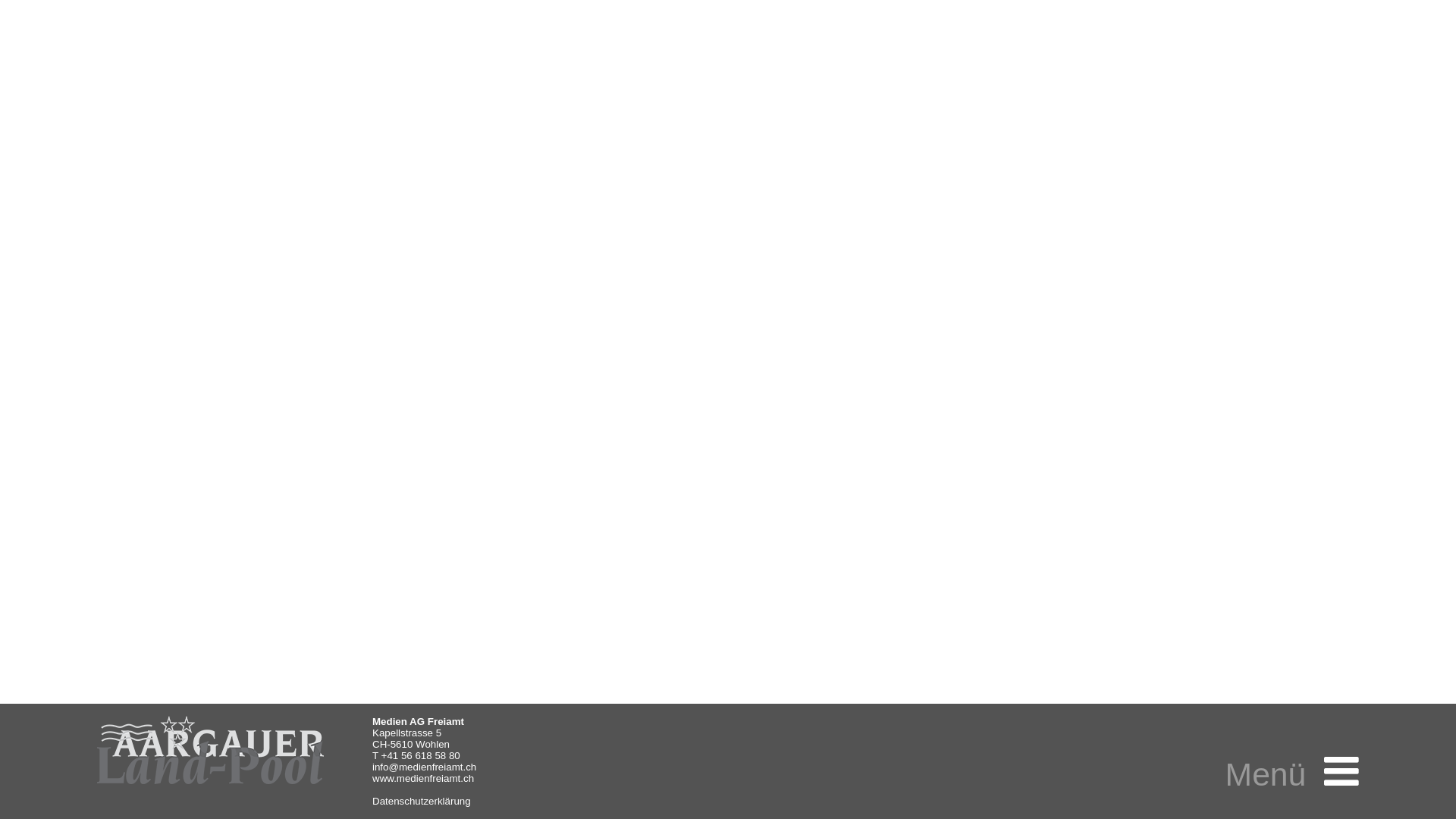  What do you see at coordinates (422, 778) in the screenshot?
I see `'www.medienfreiamt.ch'` at bounding box center [422, 778].